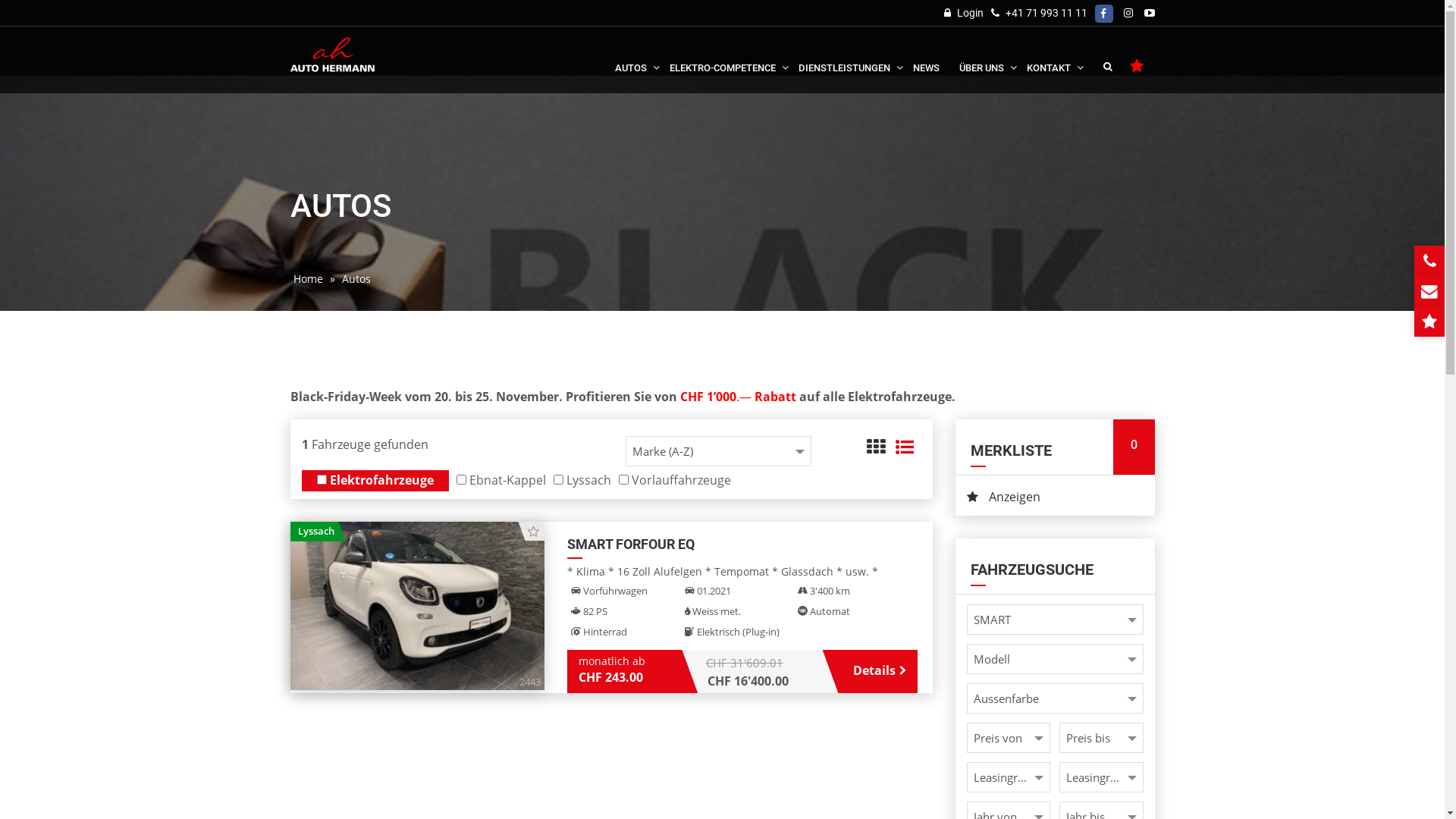 This screenshot has height=819, width=1456. I want to click on 'Suchen', so click(1107, 65).